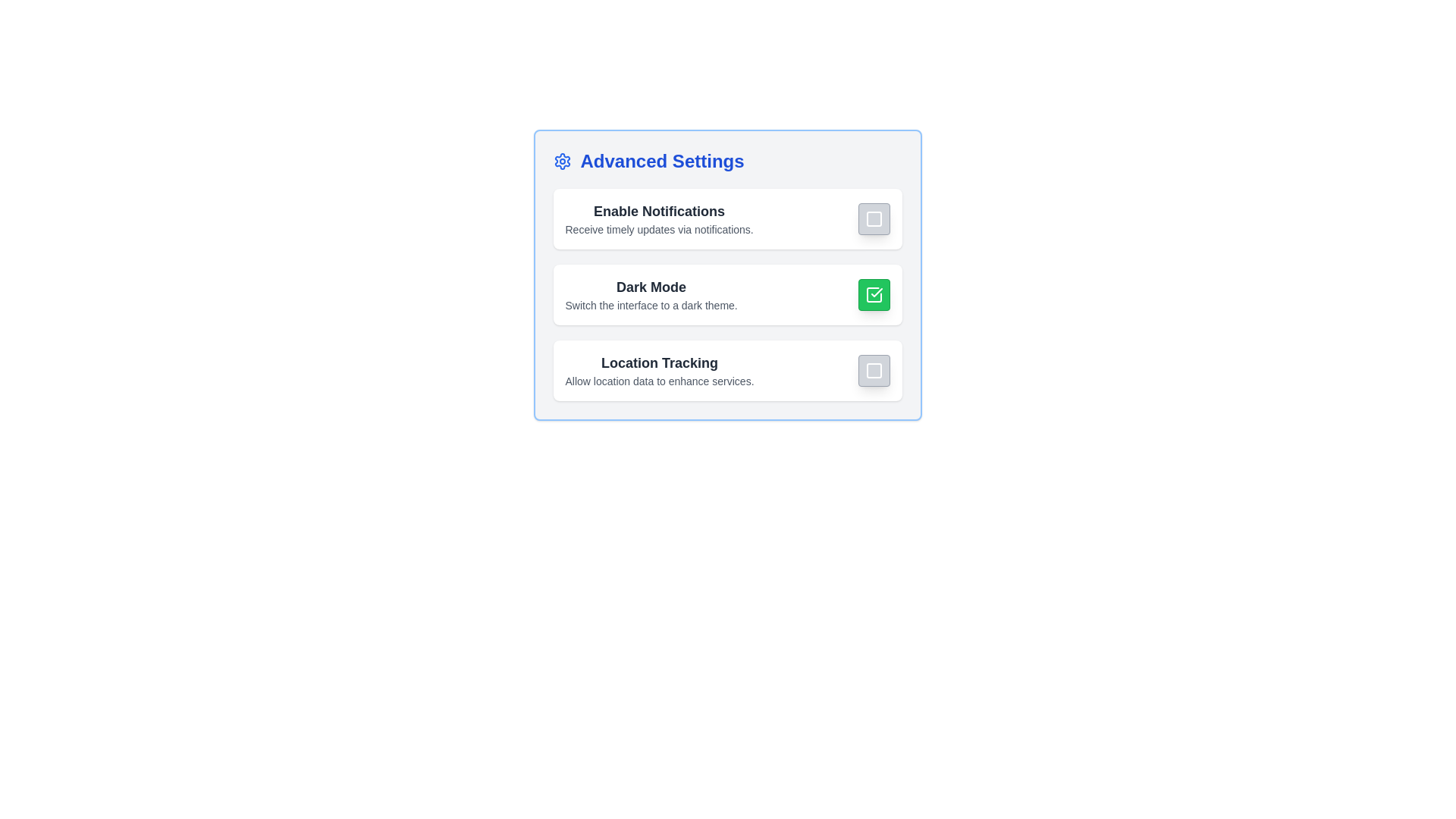 The width and height of the screenshot is (1456, 819). I want to click on the toggle in the Switchable setting panel to change the dark mode feature's state, which is the second item in the settings options within the 'Advanced Settings' panel, so click(726, 295).